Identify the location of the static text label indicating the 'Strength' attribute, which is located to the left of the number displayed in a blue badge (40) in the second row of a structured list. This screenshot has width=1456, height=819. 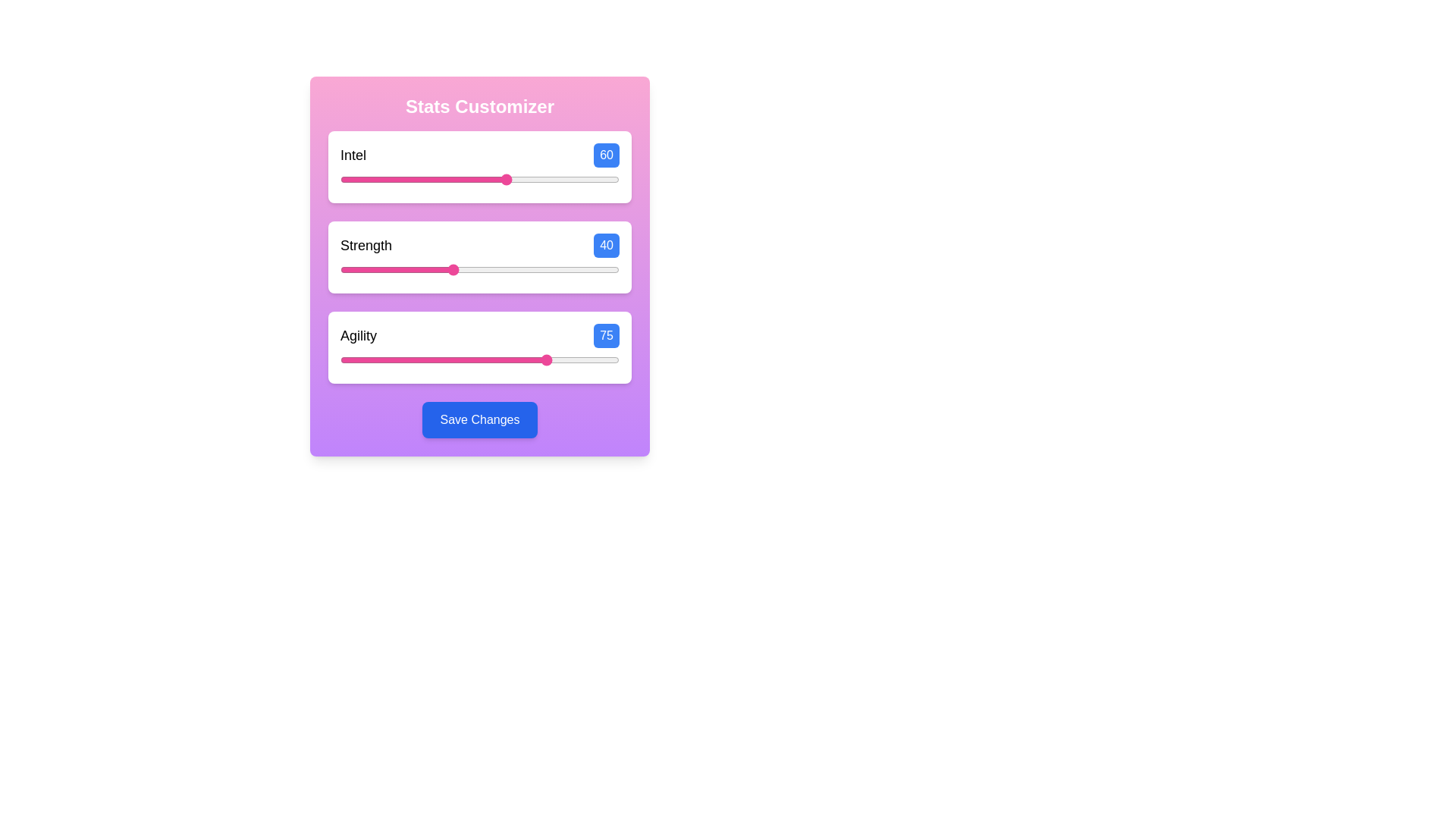
(366, 245).